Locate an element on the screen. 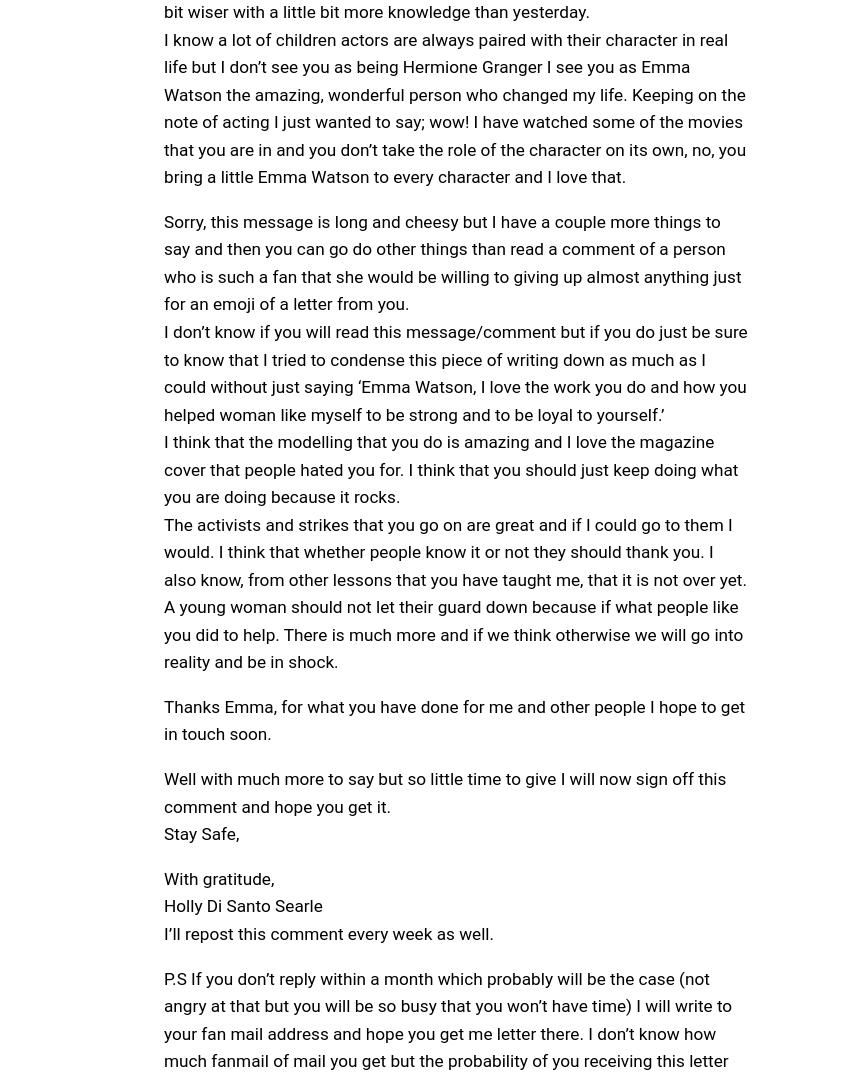  'I think that the modelling that you do is amazing and I love the magazine cover that people hated you for. I think that you should just keep doing what you are doing because it rocks.' is located at coordinates (450, 468).